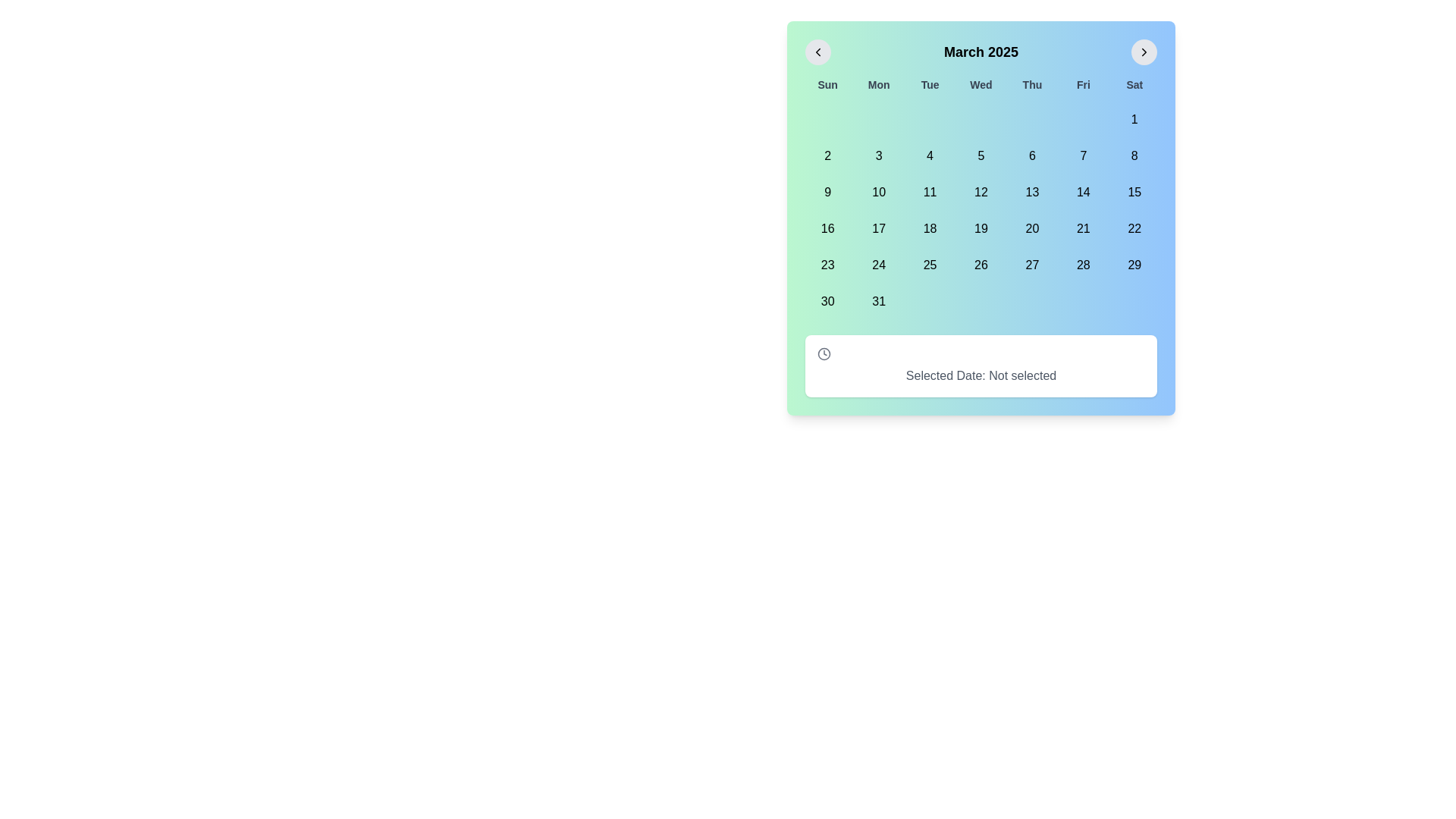 This screenshot has width=1456, height=819. What do you see at coordinates (981, 265) in the screenshot?
I see `the button labeled '26' in the calendar grid` at bounding box center [981, 265].